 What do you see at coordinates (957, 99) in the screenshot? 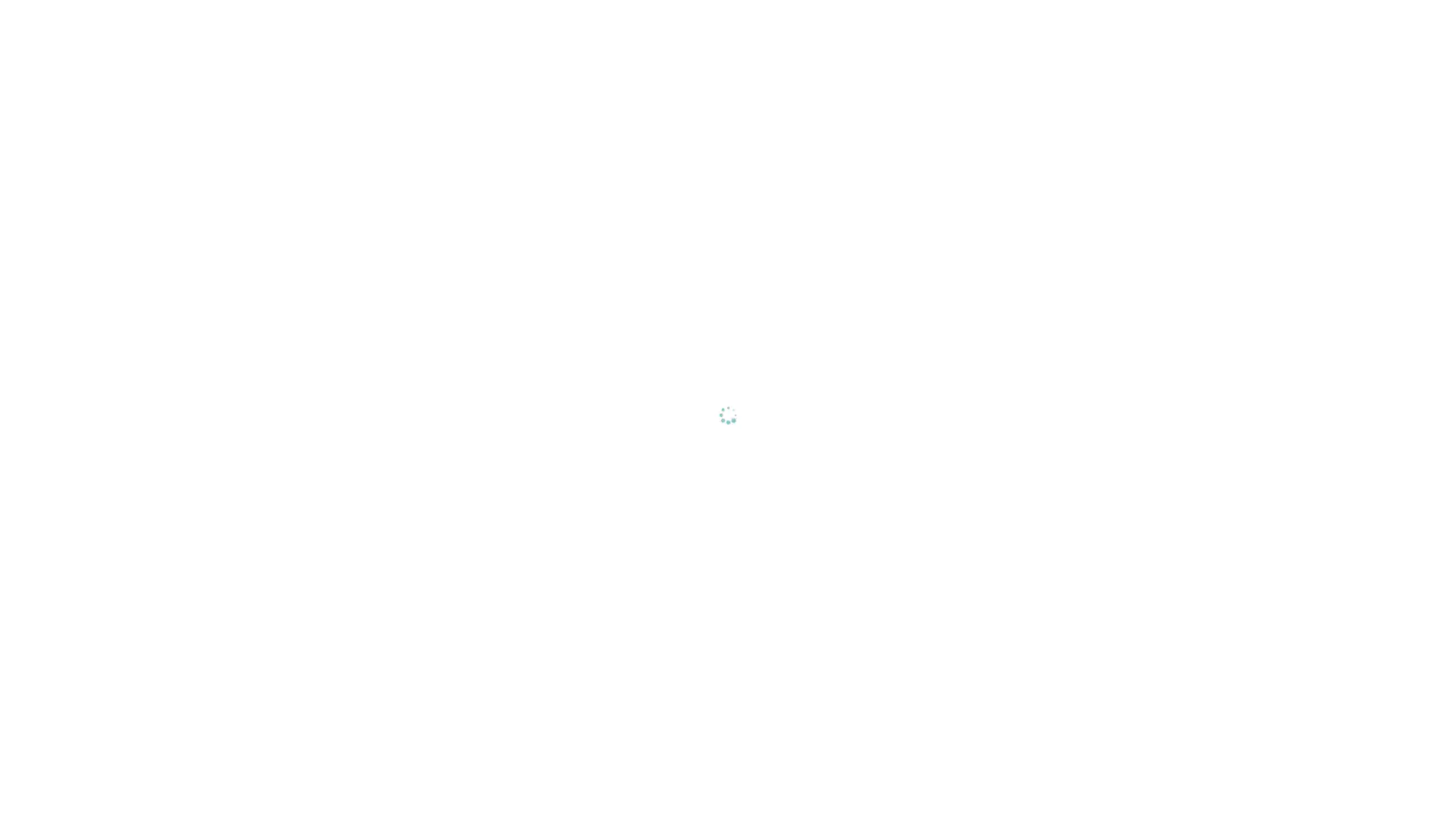
I see `Close` at bounding box center [957, 99].